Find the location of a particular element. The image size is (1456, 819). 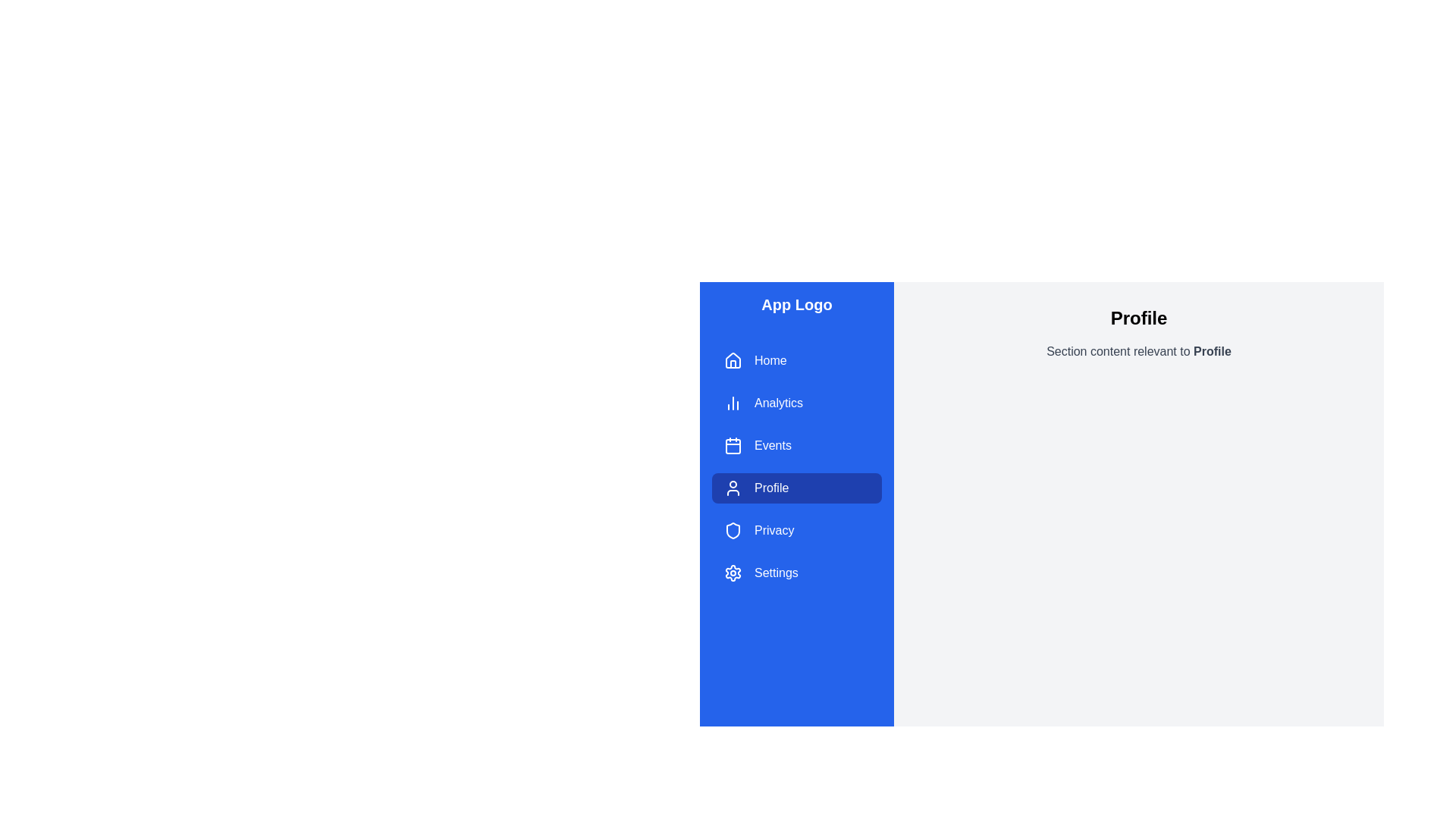

the 'Settings' menu option in the sidebar is located at coordinates (776, 573).